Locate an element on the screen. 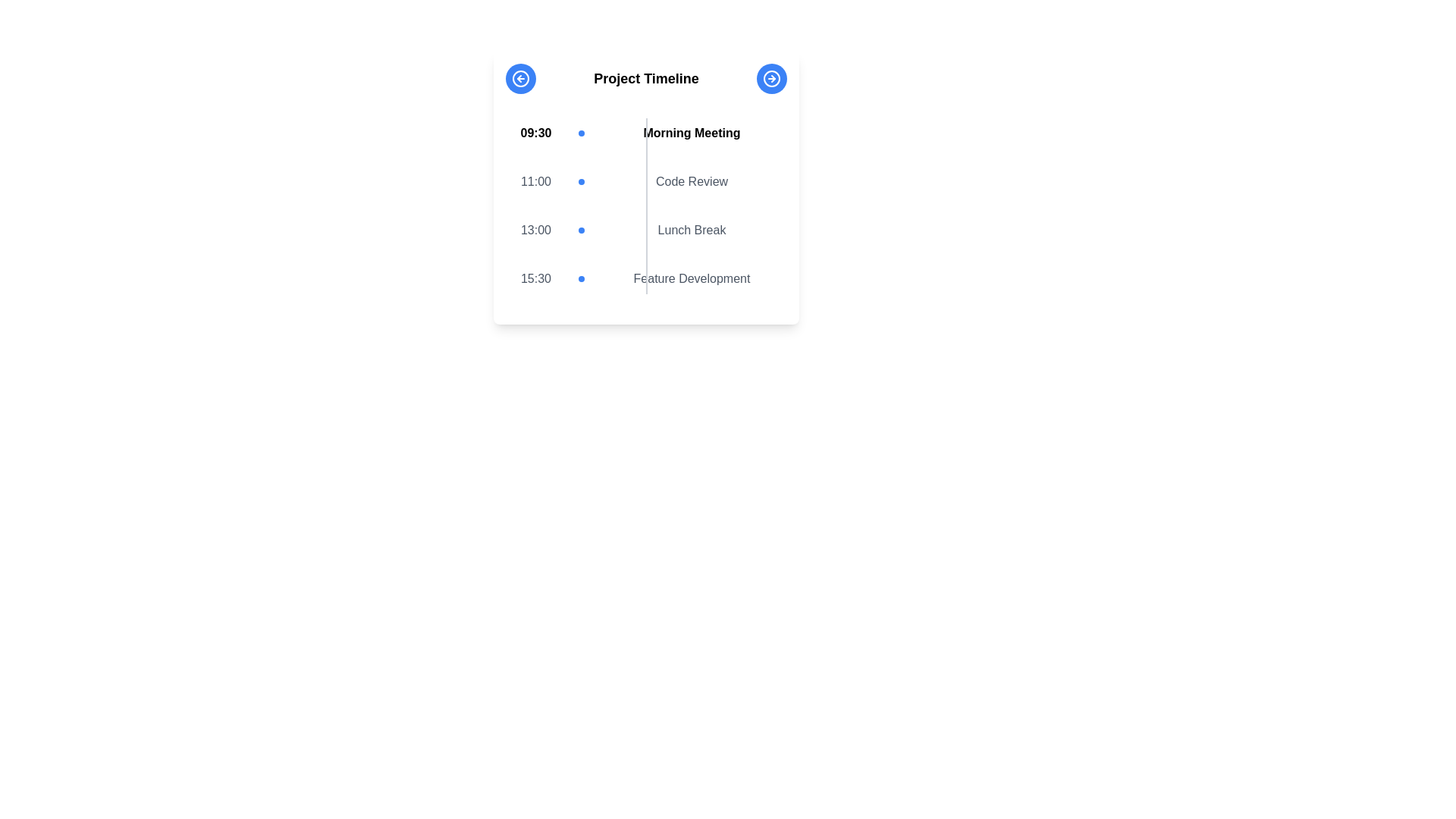 The height and width of the screenshot is (819, 1456). the vertical light gray Divider Line that separates the time labels and event descriptions in the timeline layout is located at coordinates (646, 206).